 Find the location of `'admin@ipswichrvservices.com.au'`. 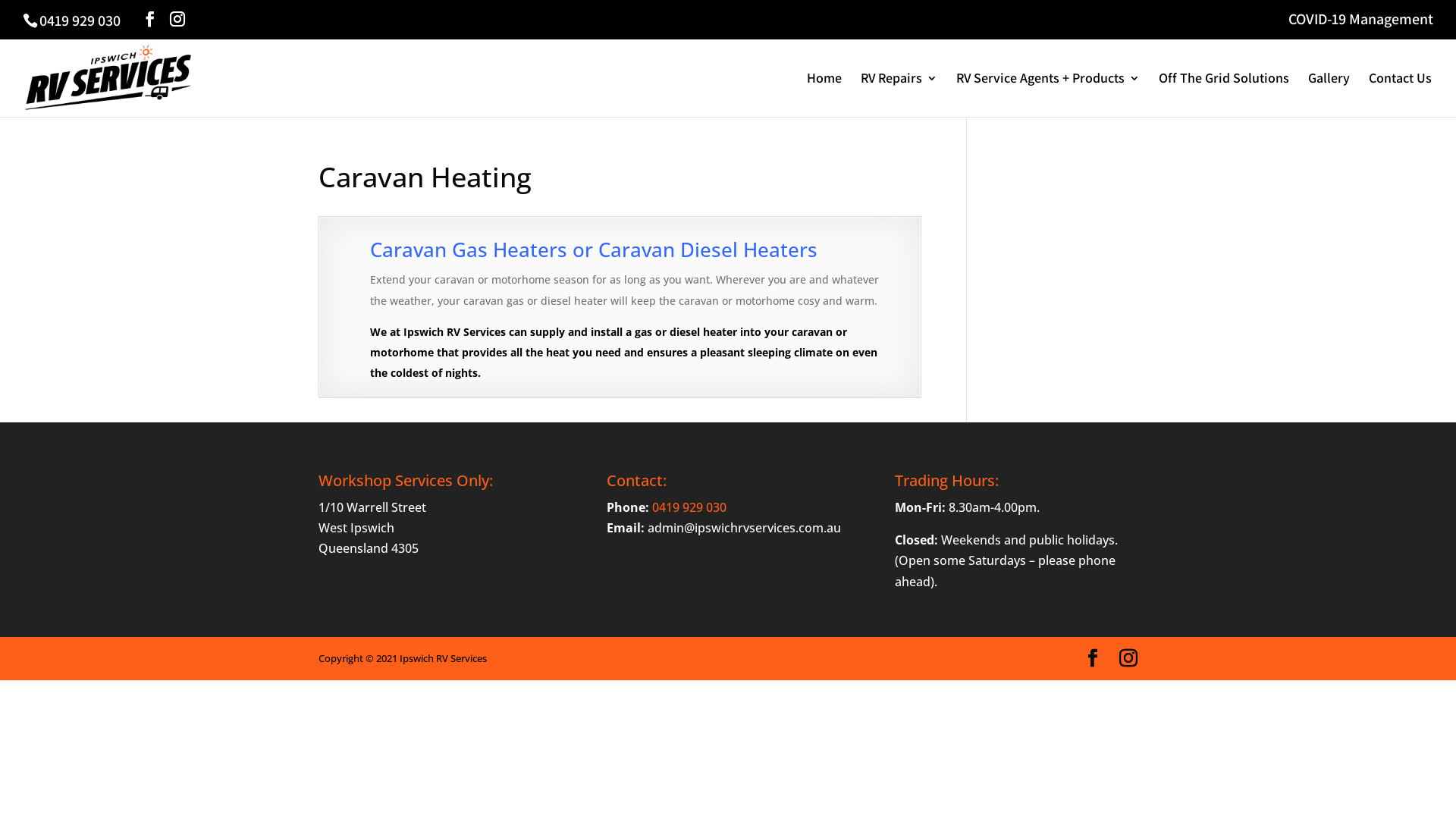

'admin@ipswichrvservices.com.au' is located at coordinates (744, 526).